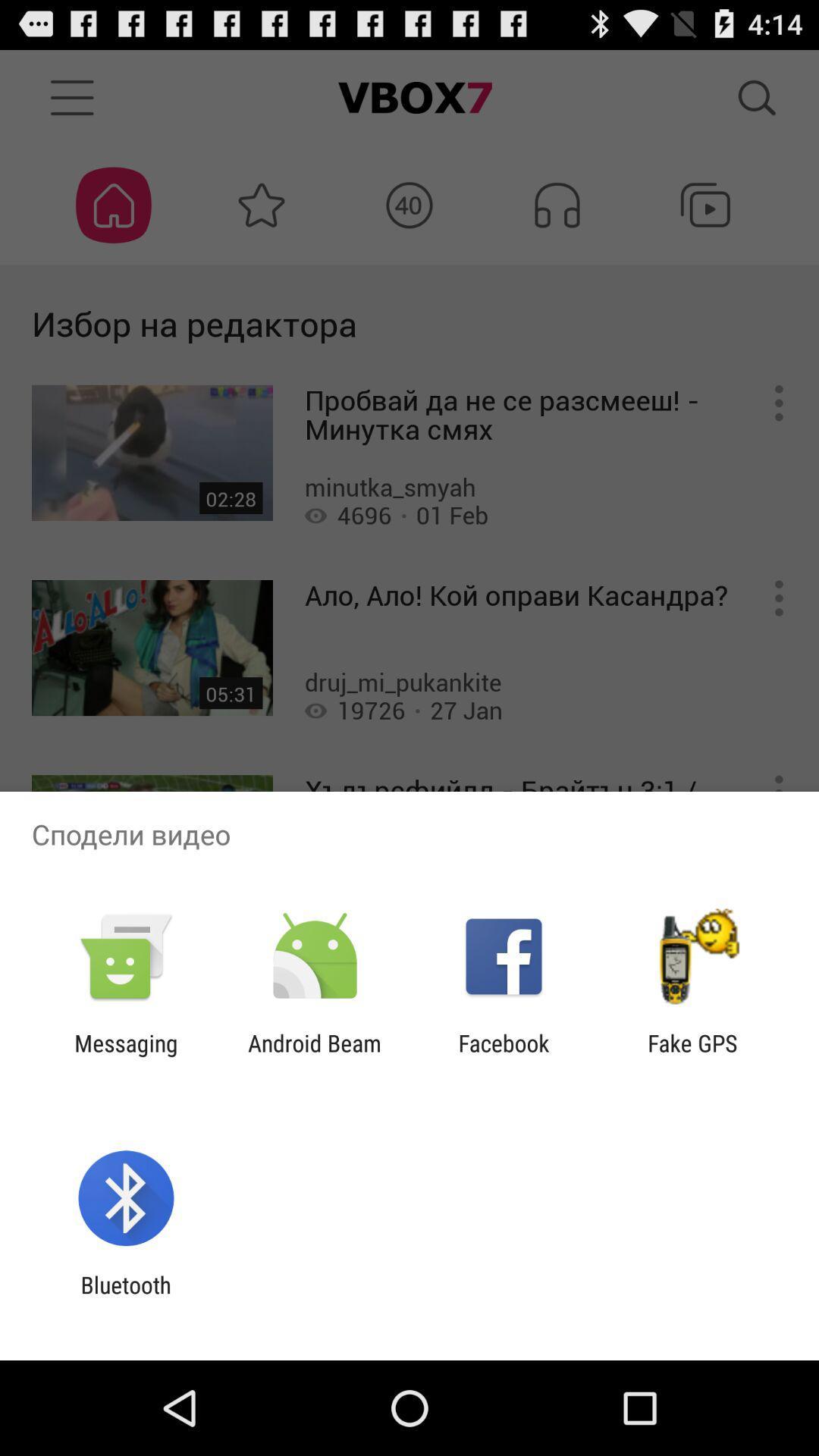 The width and height of the screenshot is (819, 1456). I want to click on facebook app, so click(504, 1056).